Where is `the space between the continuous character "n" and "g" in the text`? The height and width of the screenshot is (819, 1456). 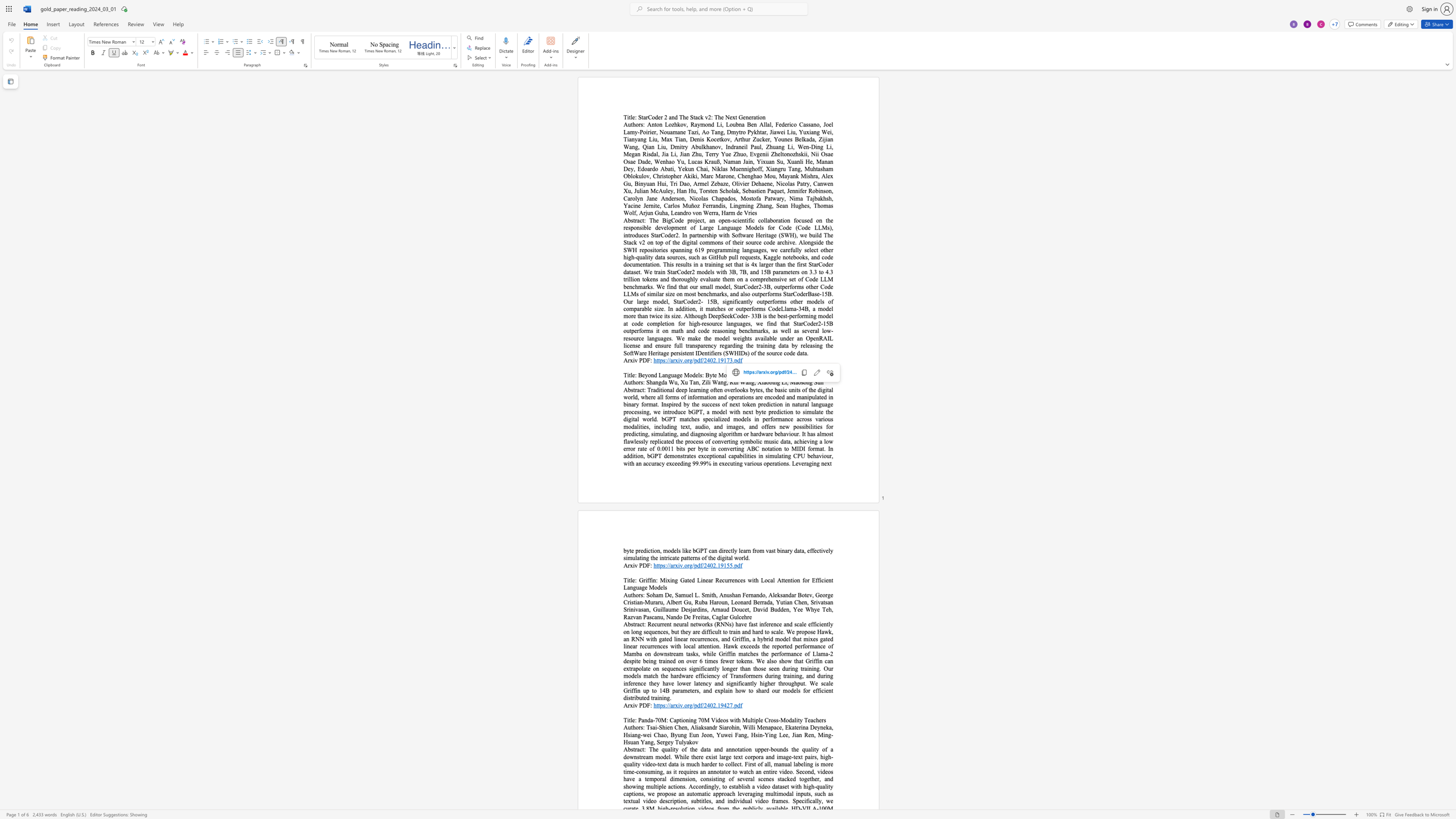 the space between the continuous character "n" and "g" in the text is located at coordinates (658, 382).